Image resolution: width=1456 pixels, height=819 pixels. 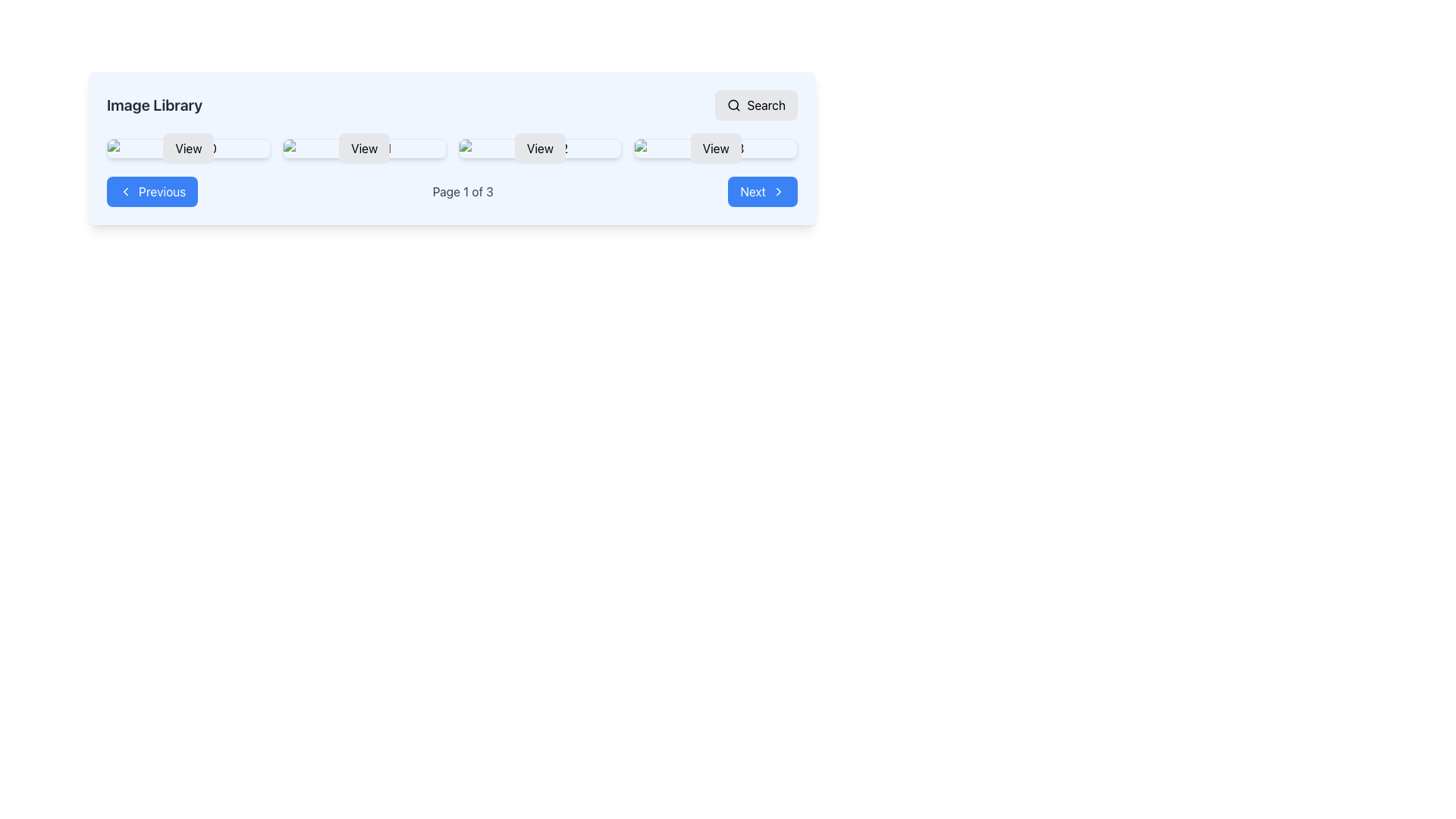 What do you see at coordinates (779, 191) in the screenshot?
I see `the rightward chevron arrow icon located near the blue 'Next' button to move to the next step` at bounding box center [779, 191].